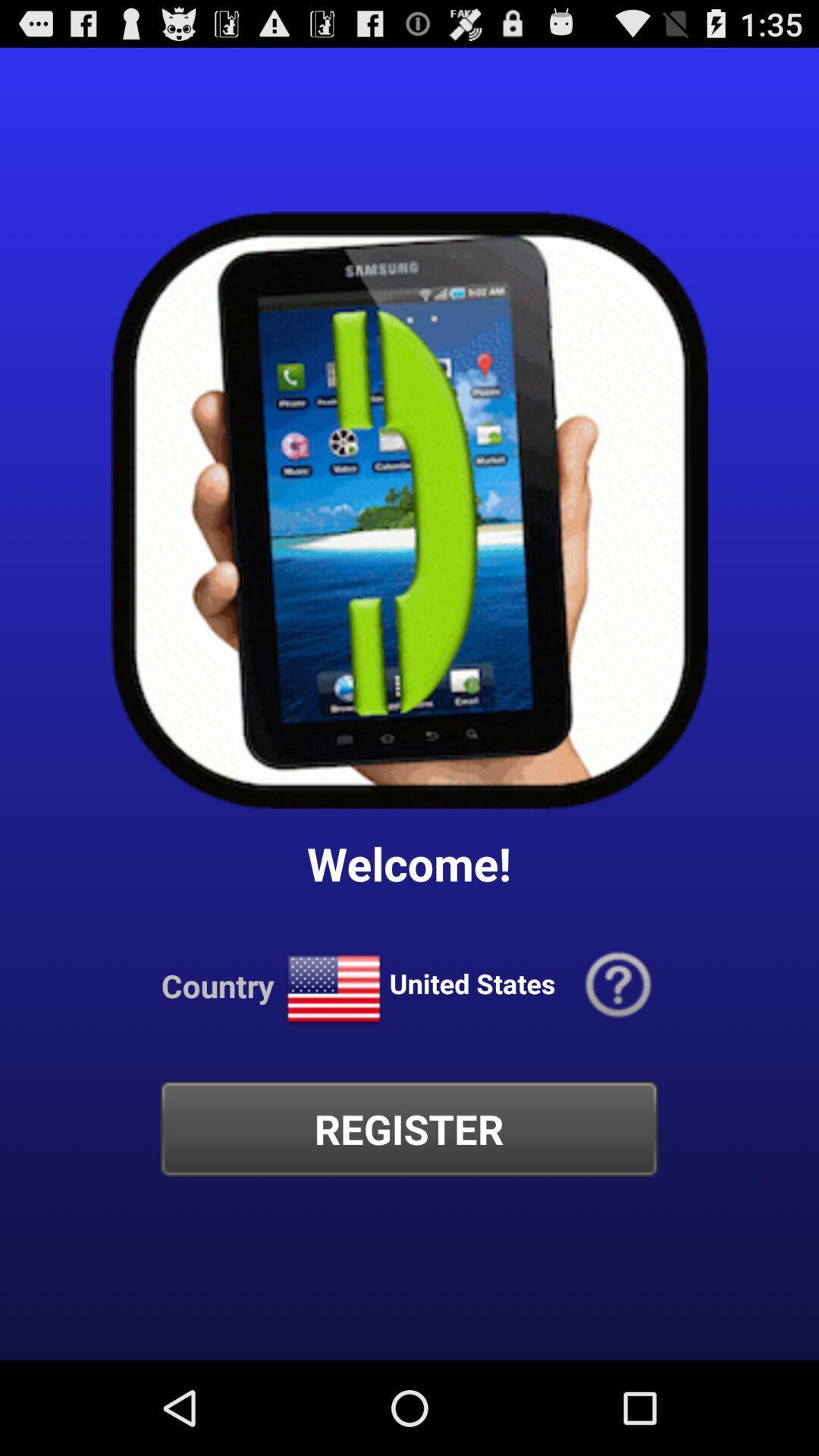 The image size is (819, 1456). Describe the element at coordinates (333, 990) in the screenshot. I see `the icon to the right of country item` at that location.